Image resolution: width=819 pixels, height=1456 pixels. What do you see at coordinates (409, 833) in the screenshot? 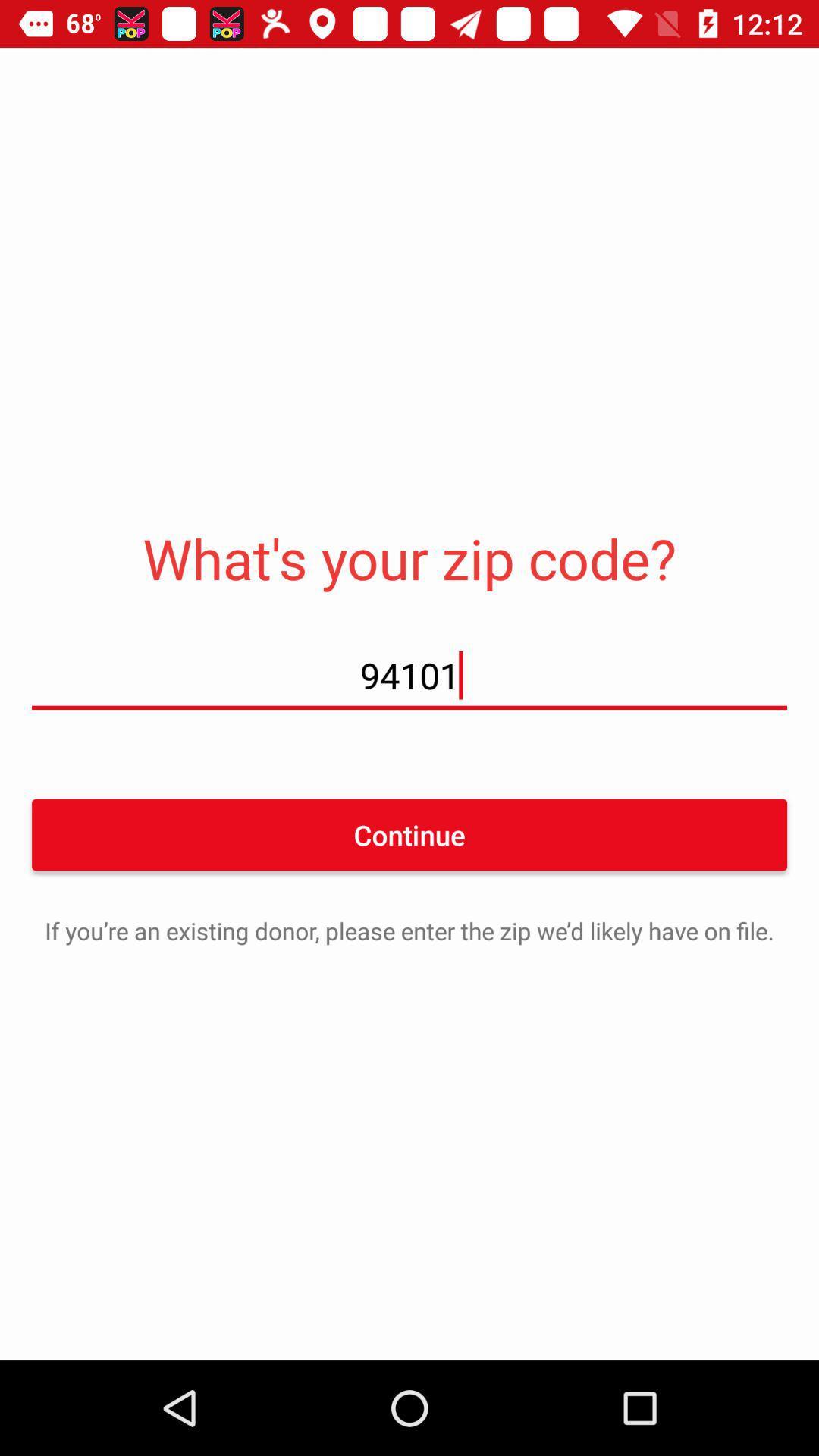
I see `the continue icon` at bounding box center [409, 833].